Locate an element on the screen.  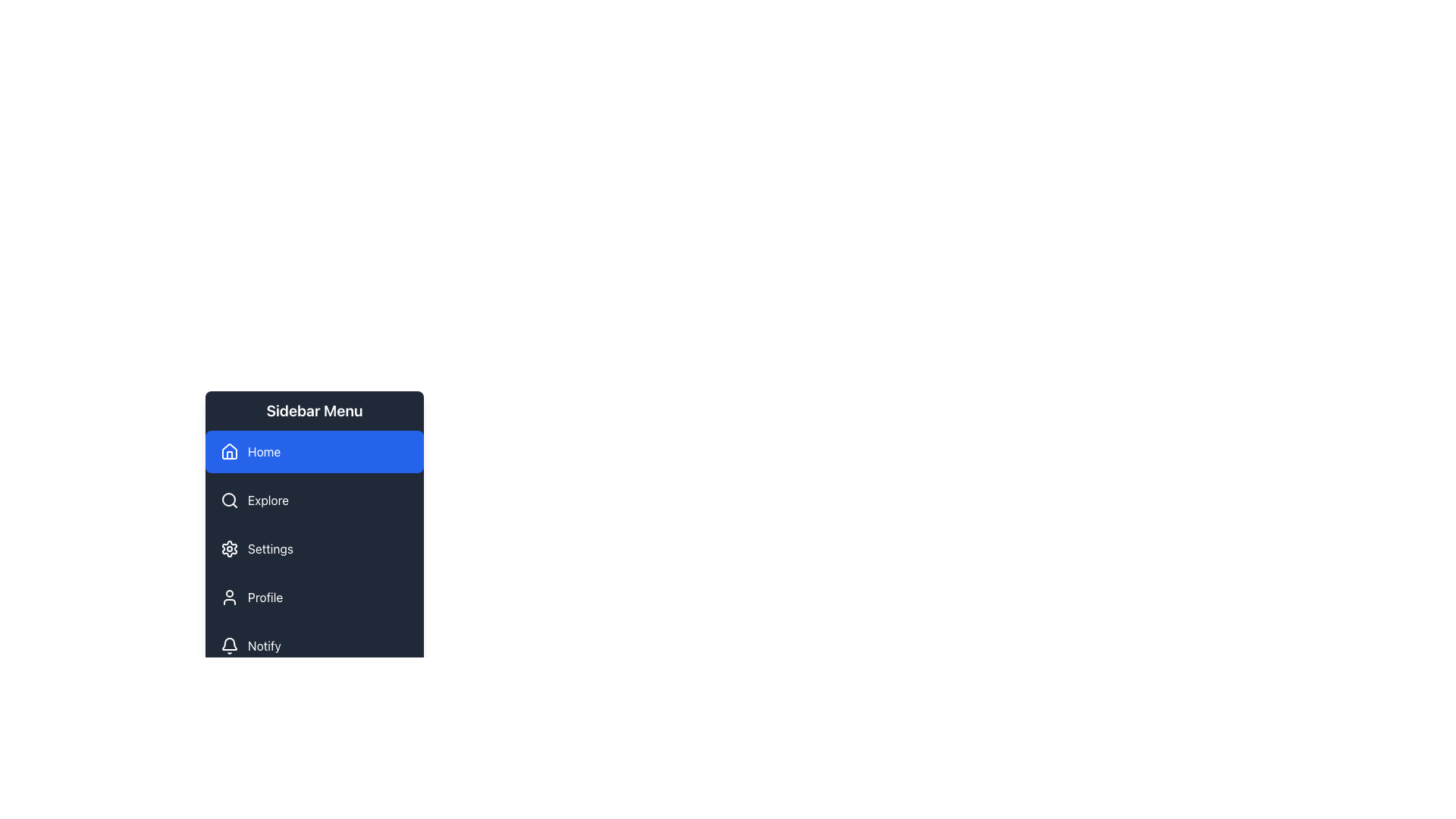
the decorative circular part of the search icon, which represents the lens of the magnifying glass located in the sidebar menu is located at coordinates (228, 500).